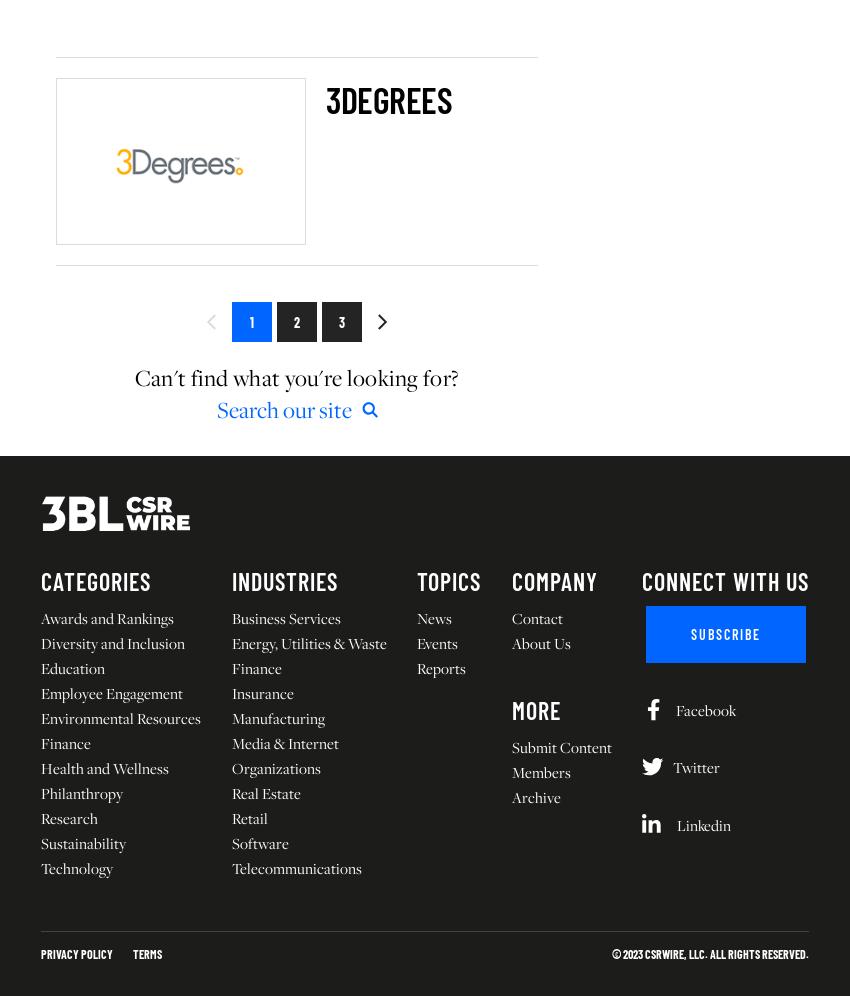  I want to click on 'Archive', so click(534, 795).